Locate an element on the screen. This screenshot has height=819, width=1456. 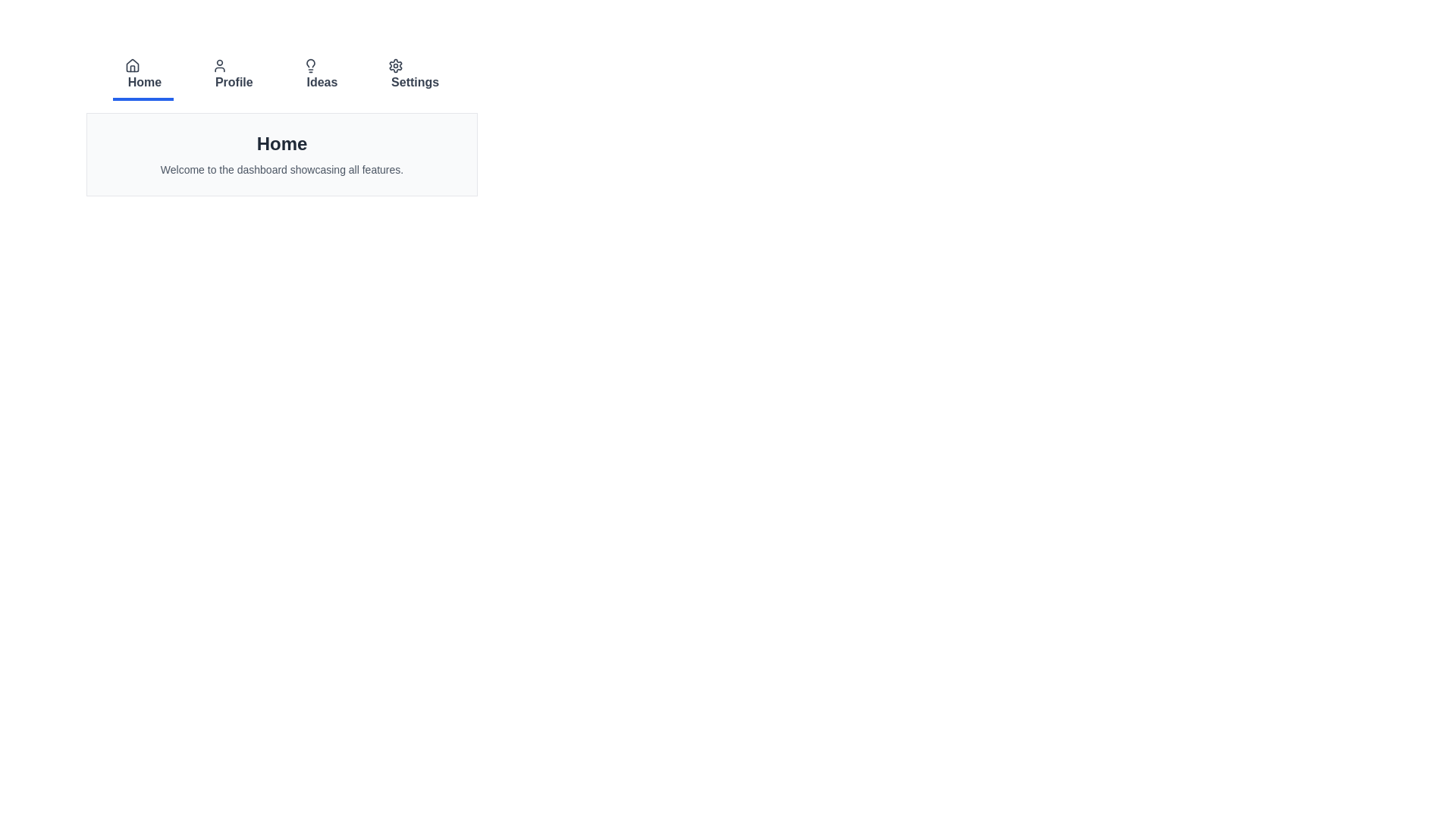
the tab labeled Home to view its content is located at coordinates (143, 76).